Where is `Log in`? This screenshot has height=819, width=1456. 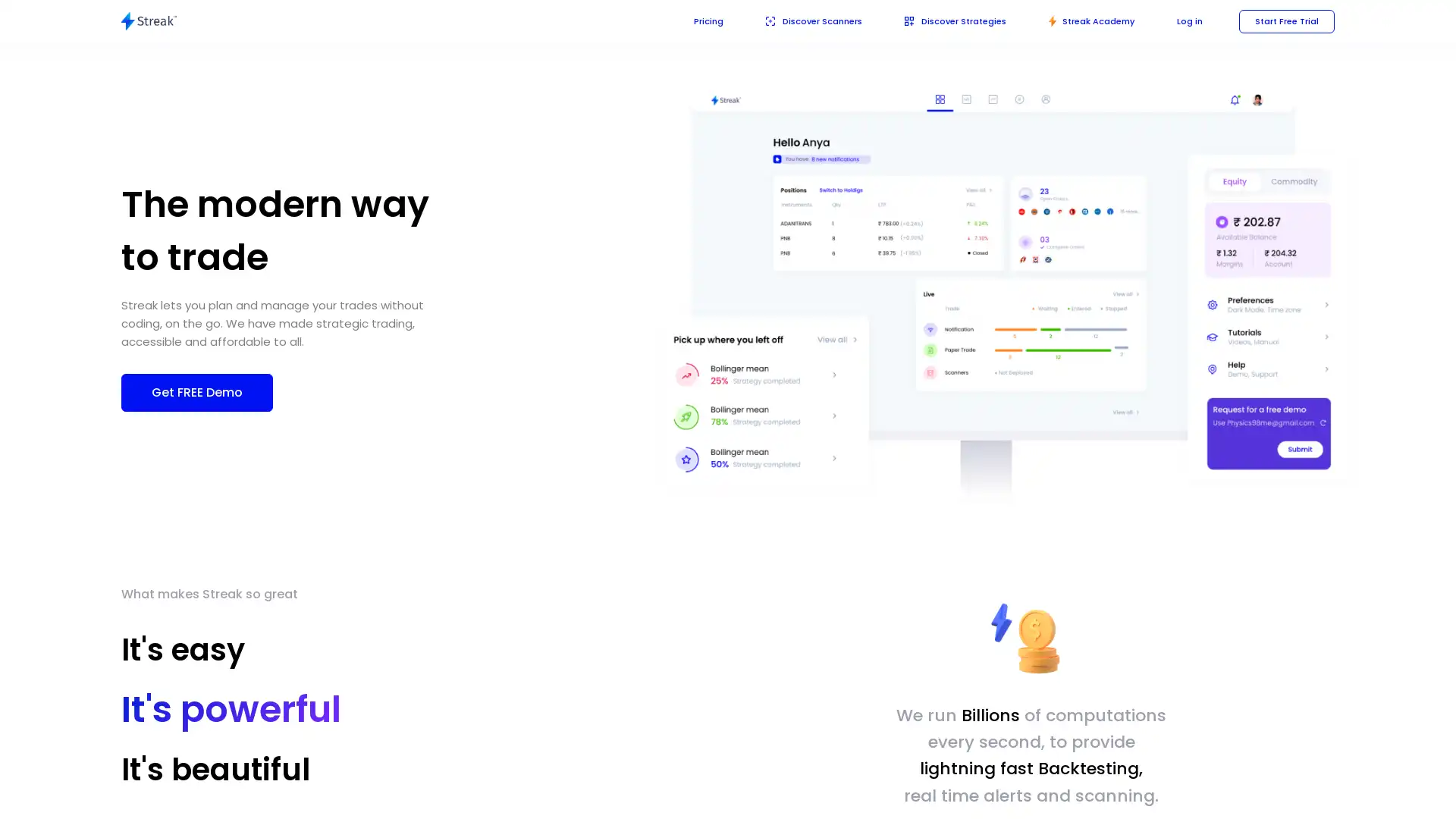 Log in is located at coordinates (1185, 20).